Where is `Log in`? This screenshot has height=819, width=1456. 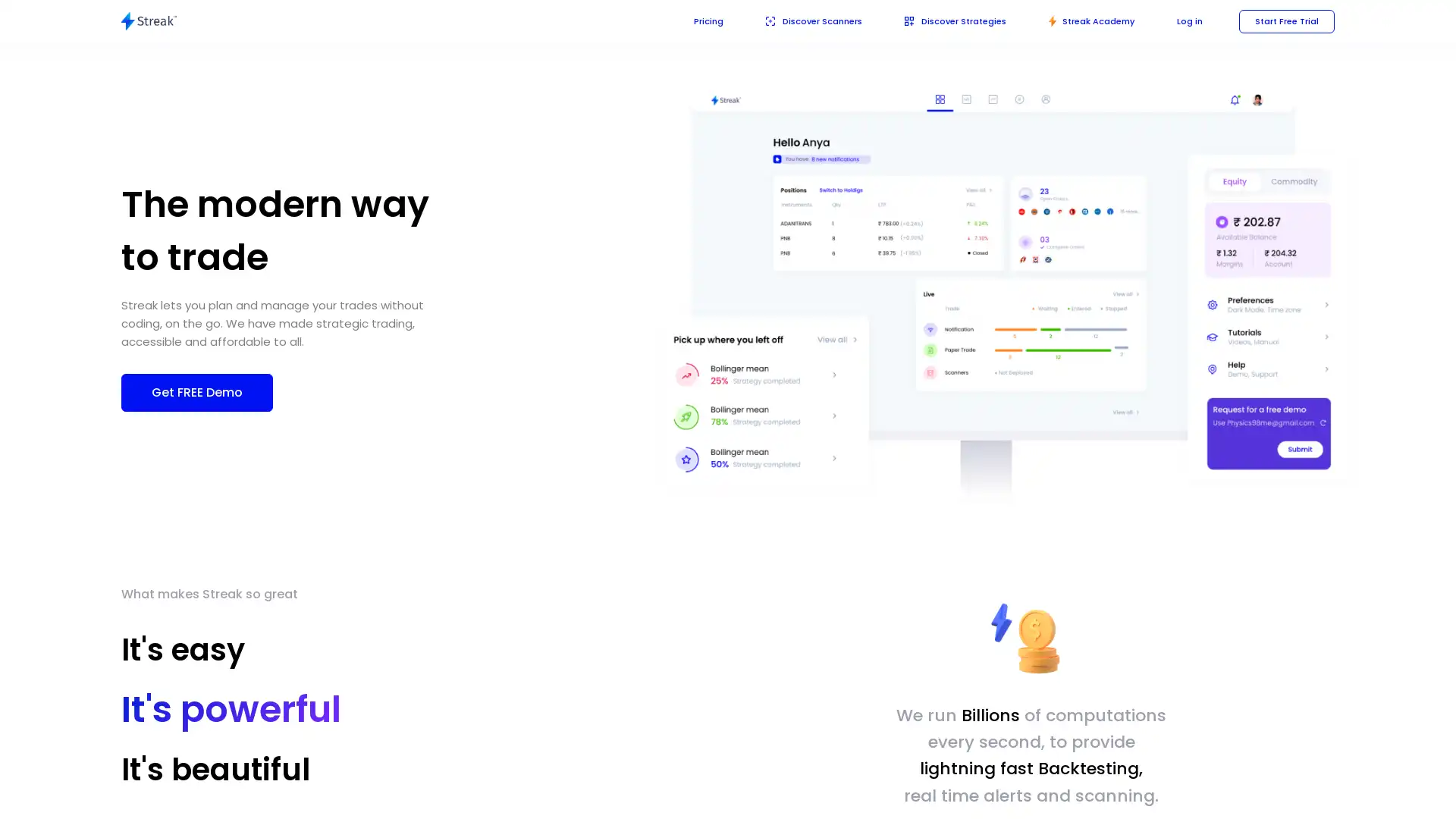 Log in is located at coordinates (1185, 20).